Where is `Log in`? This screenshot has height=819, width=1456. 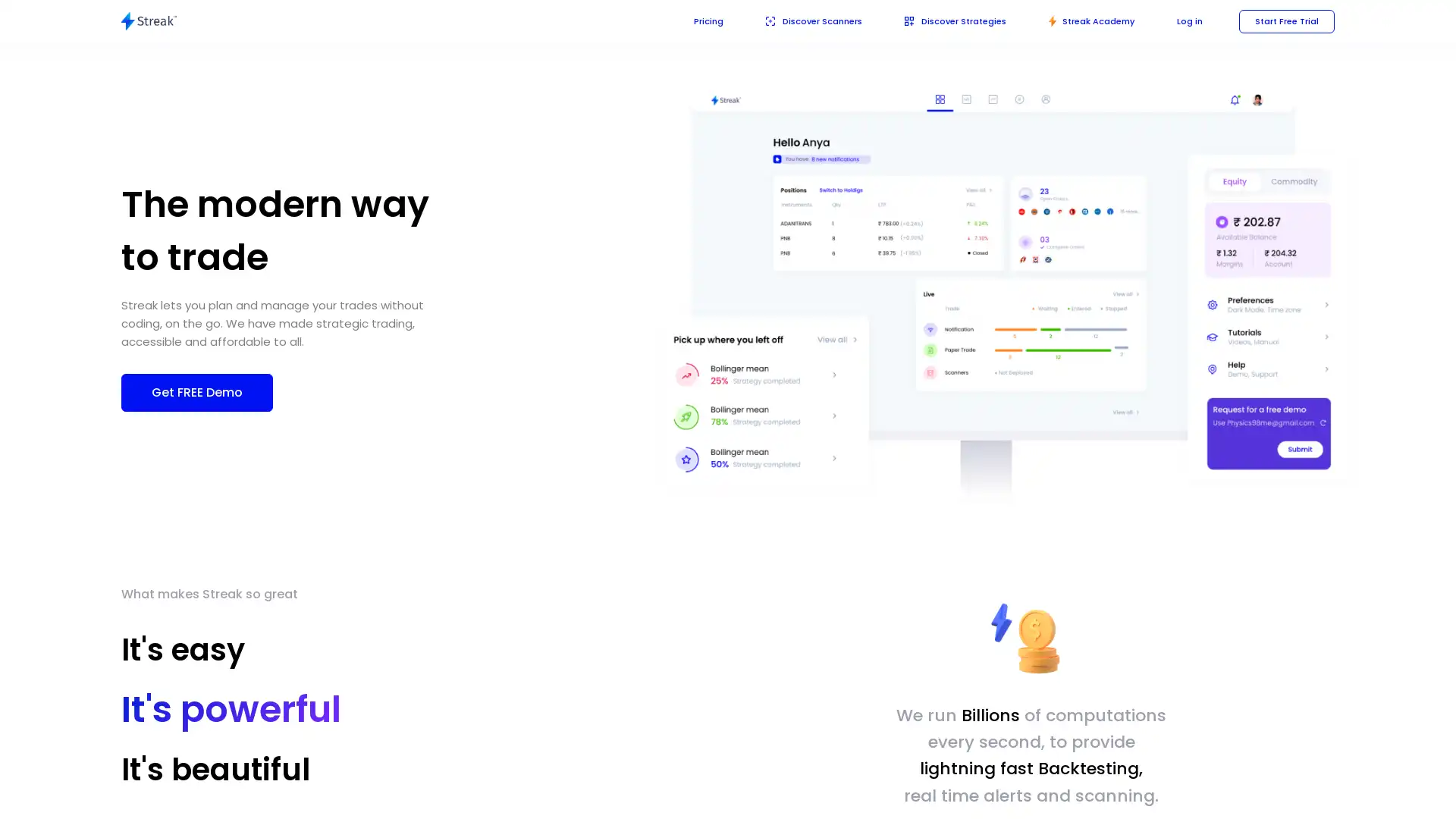 Log in is located at coordinates (1185, 20).